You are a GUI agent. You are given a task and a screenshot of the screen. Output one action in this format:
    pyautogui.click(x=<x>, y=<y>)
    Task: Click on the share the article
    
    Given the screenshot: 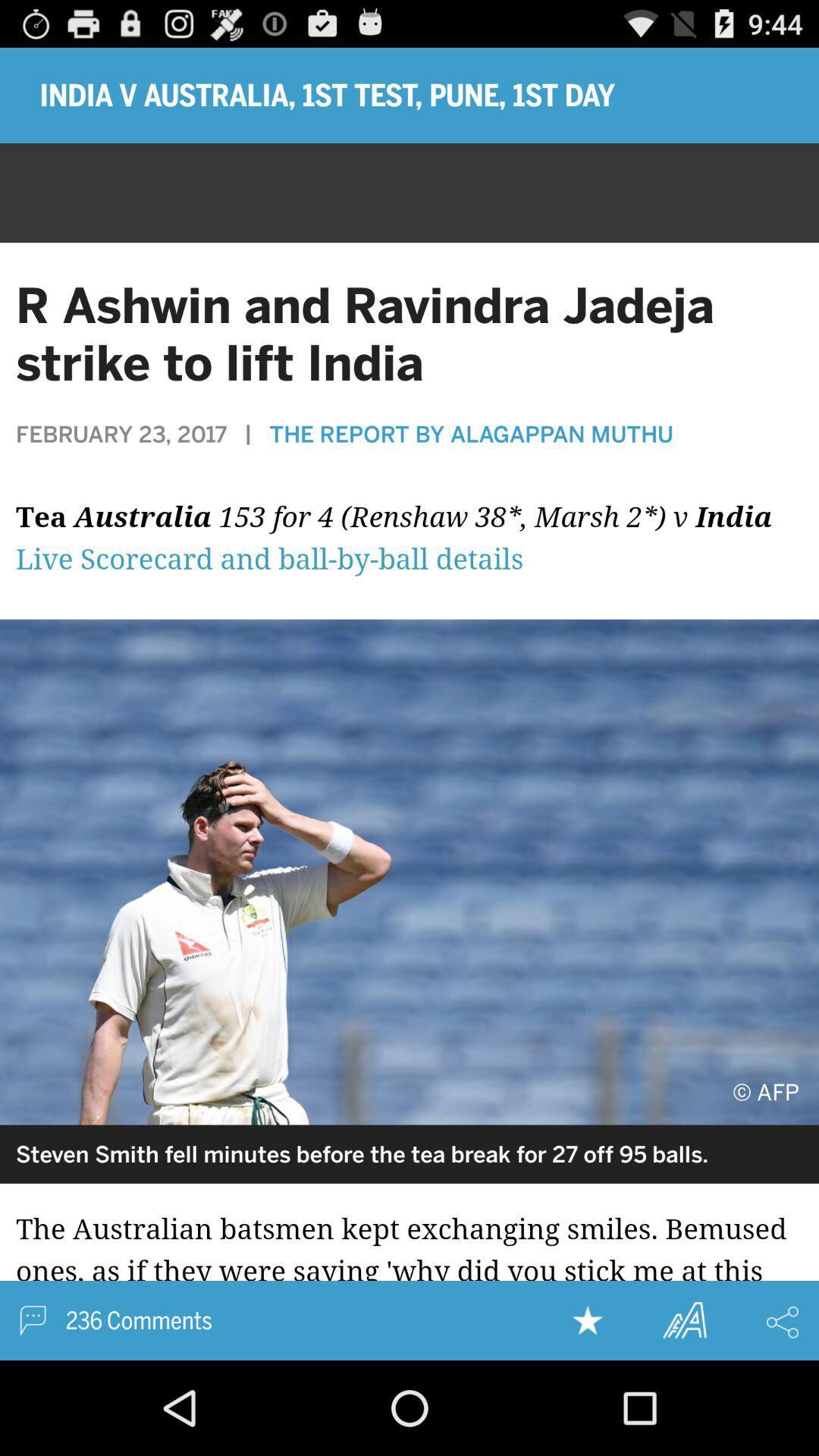 What is the action you would take?
    pyautogui.click(x=783, y=1321)
    